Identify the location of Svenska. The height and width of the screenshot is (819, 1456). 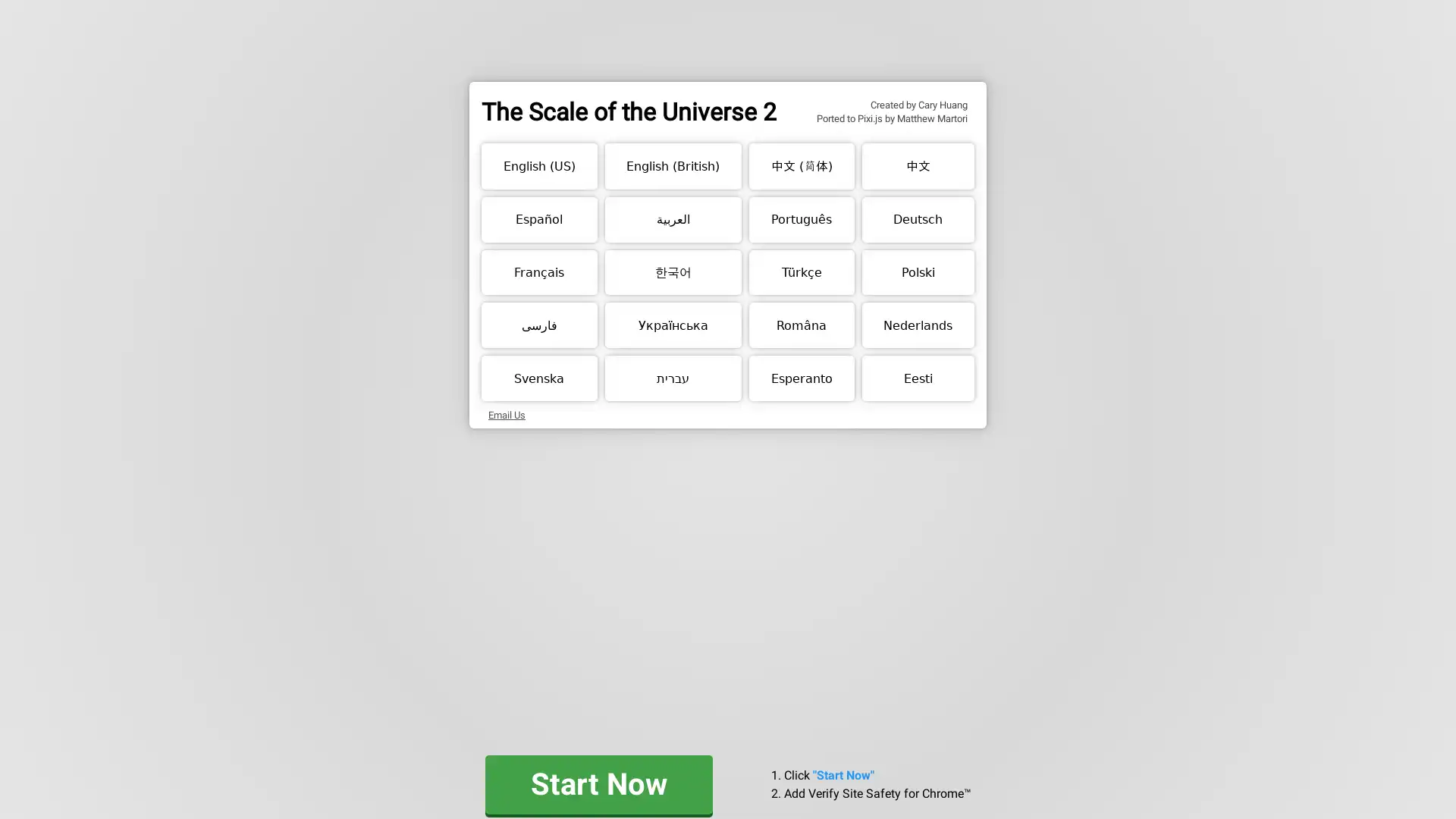
(538, 377).